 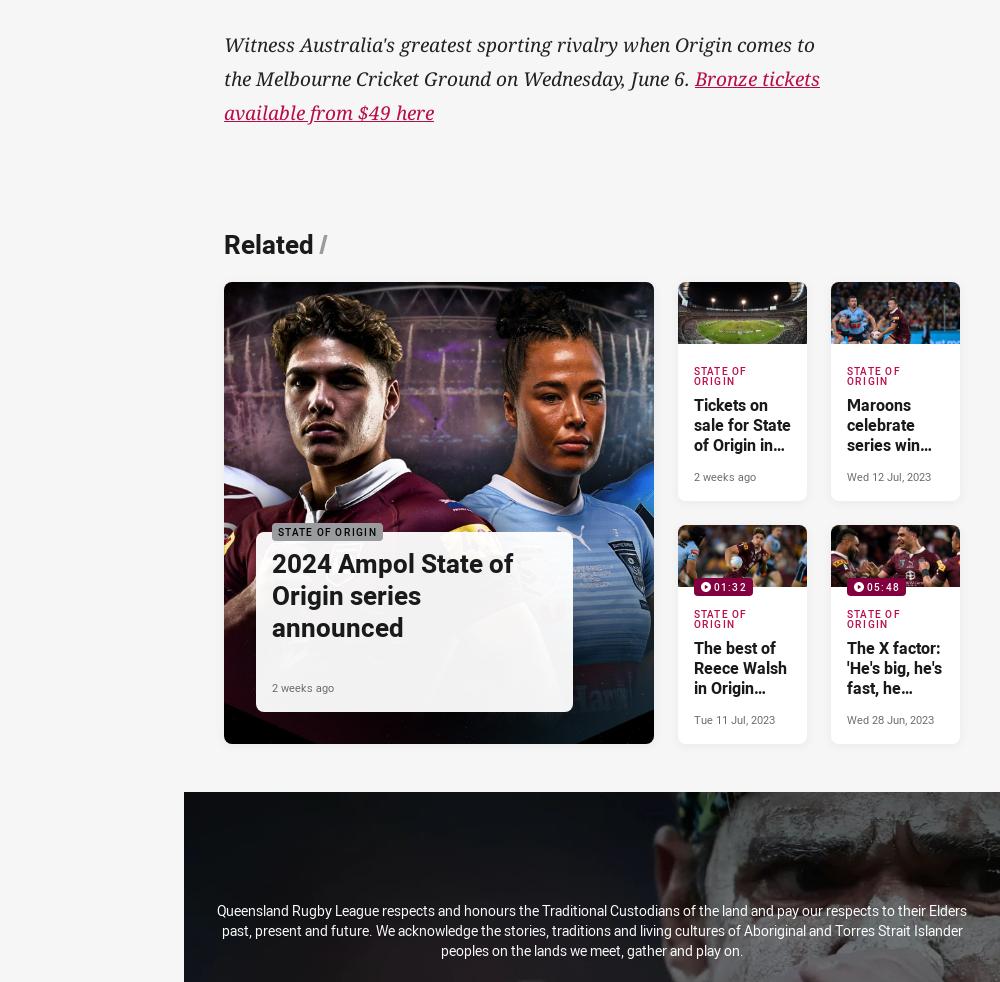 I want to click on 'Bronze tickets available from $49 here', so click(x=522, y=95).